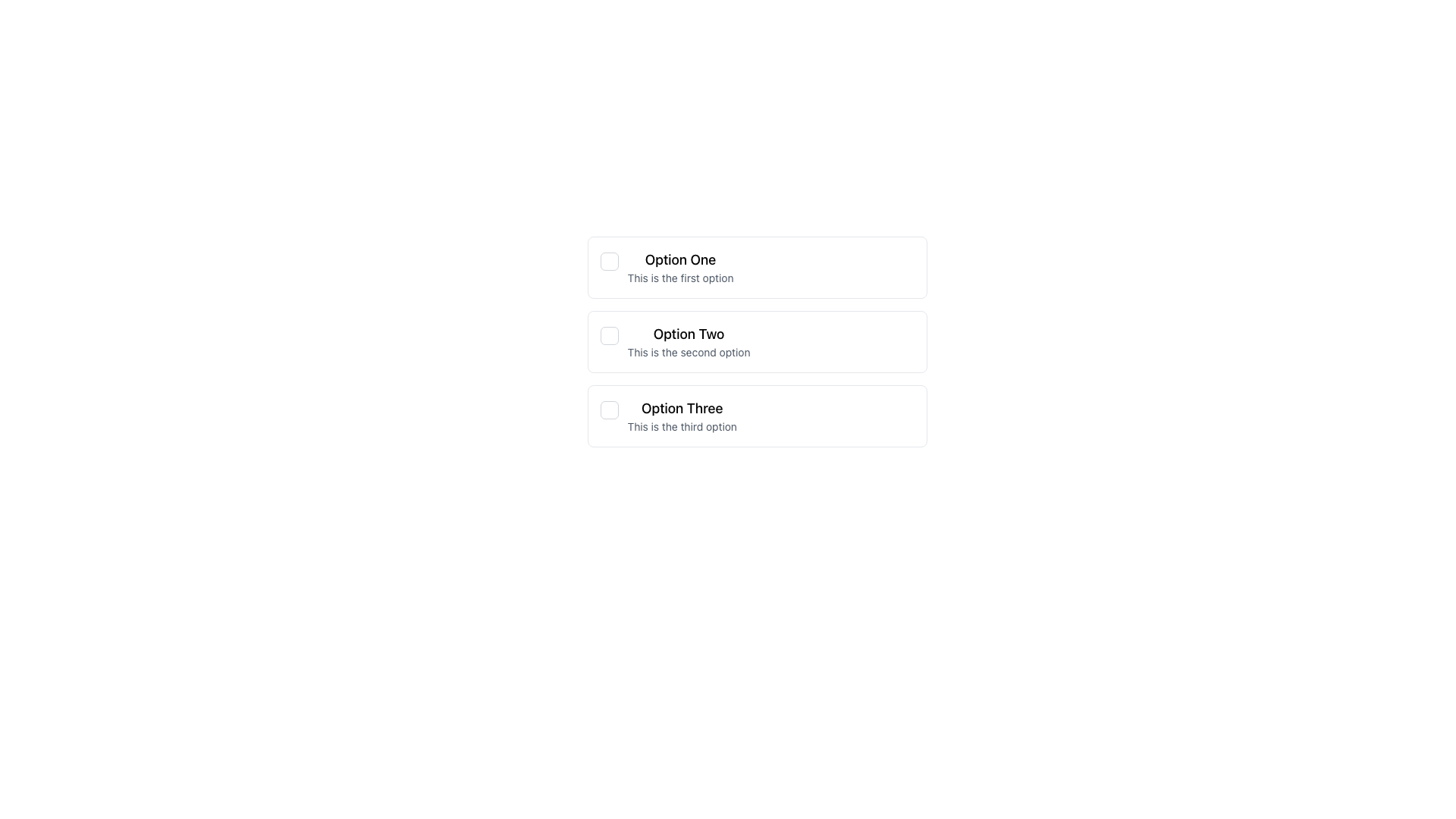 The height and width of the screenshot is (819, 1456). I want to click on the text label reading 'This is the first option', which is styled with a light gray font and positioned under the header 'Option One', so click(679, 278).